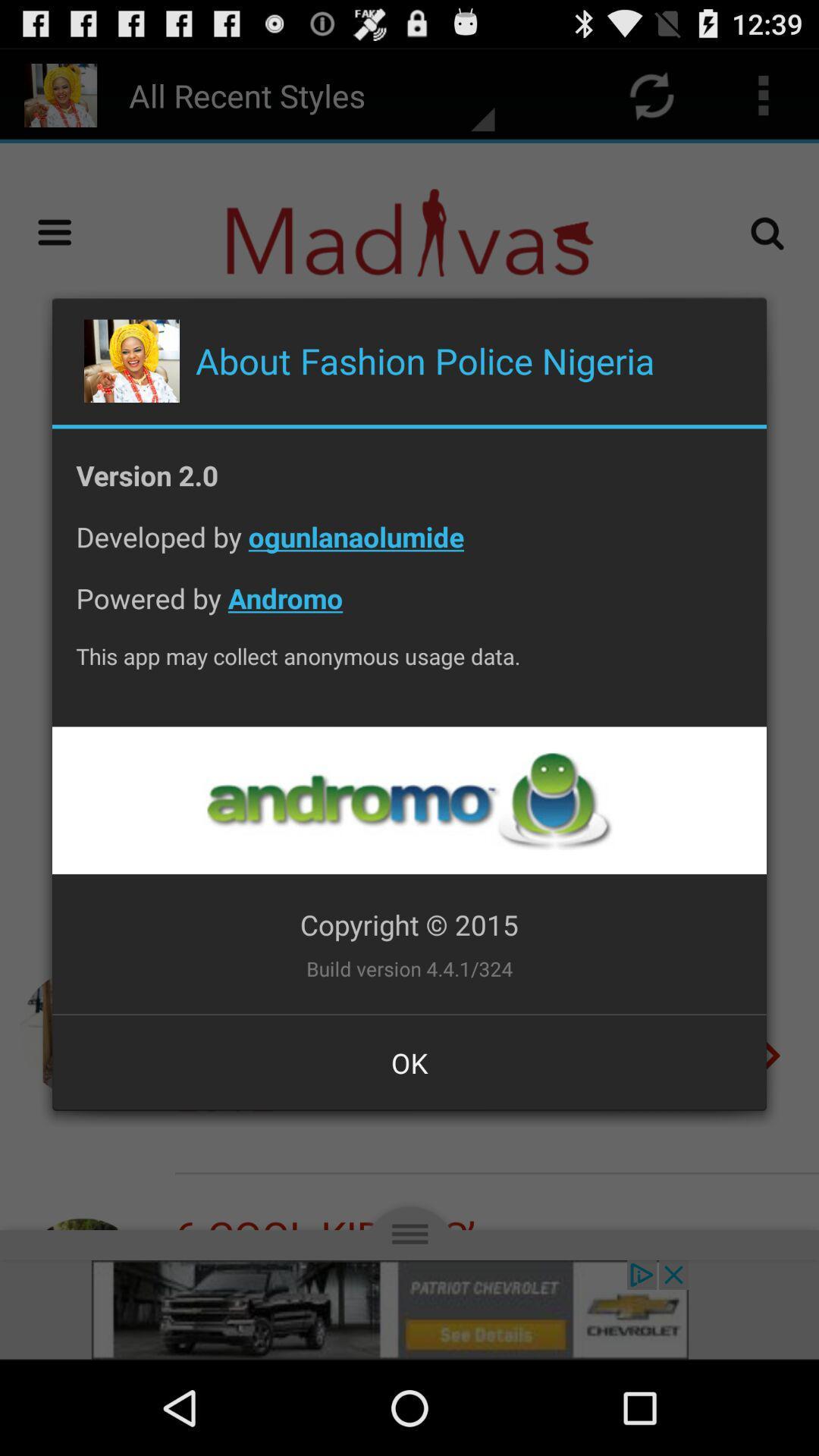 The width and height of the screenshot is (819, 1456). I want to click on link, so click(408, 799).